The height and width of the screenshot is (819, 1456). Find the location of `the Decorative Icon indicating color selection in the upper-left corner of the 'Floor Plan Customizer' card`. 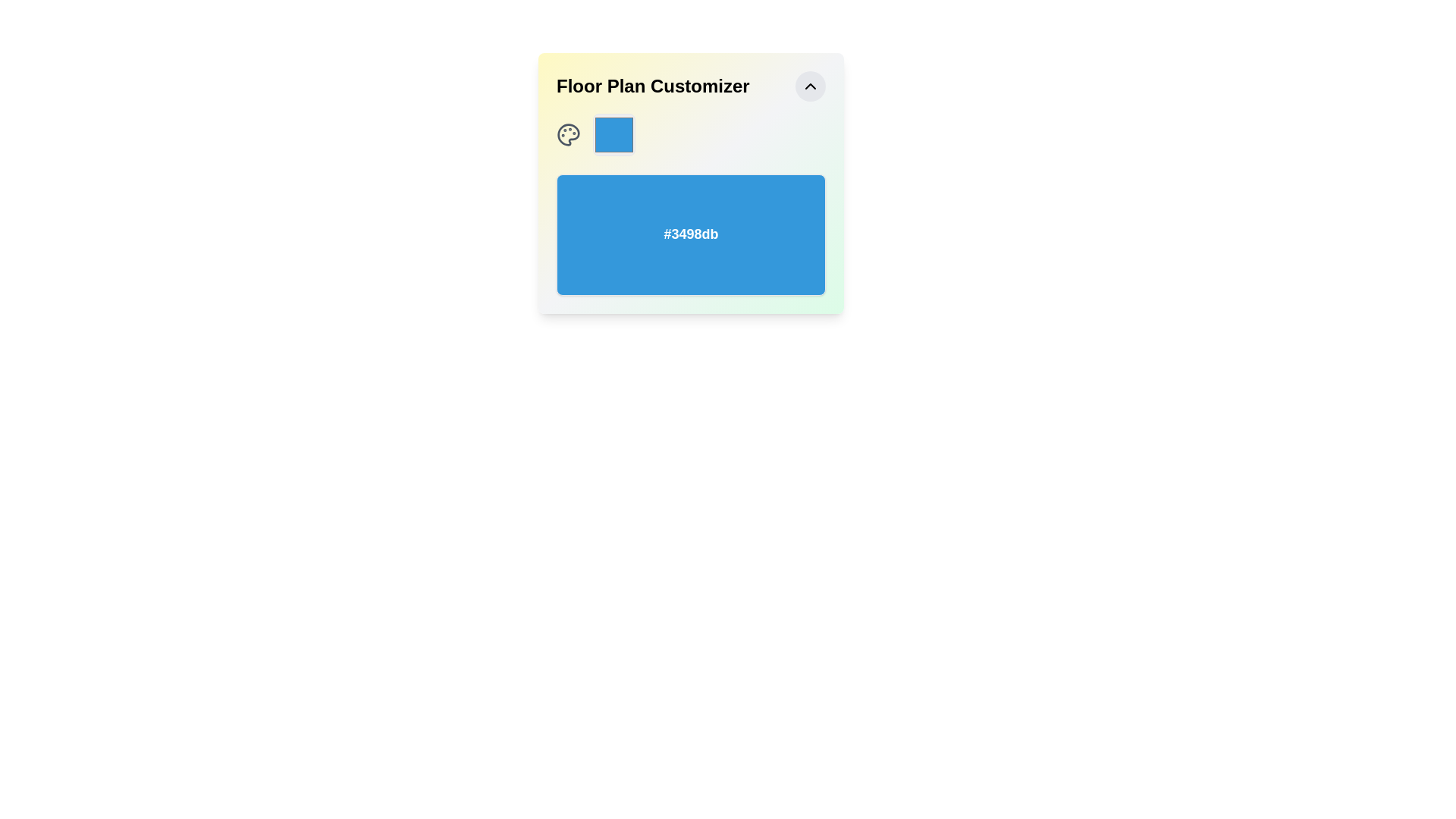

the Decorative Icon indicating color selection in the upper-left corner of the 'Floor Plan Customizer' card is located at coordinates (567, 133).